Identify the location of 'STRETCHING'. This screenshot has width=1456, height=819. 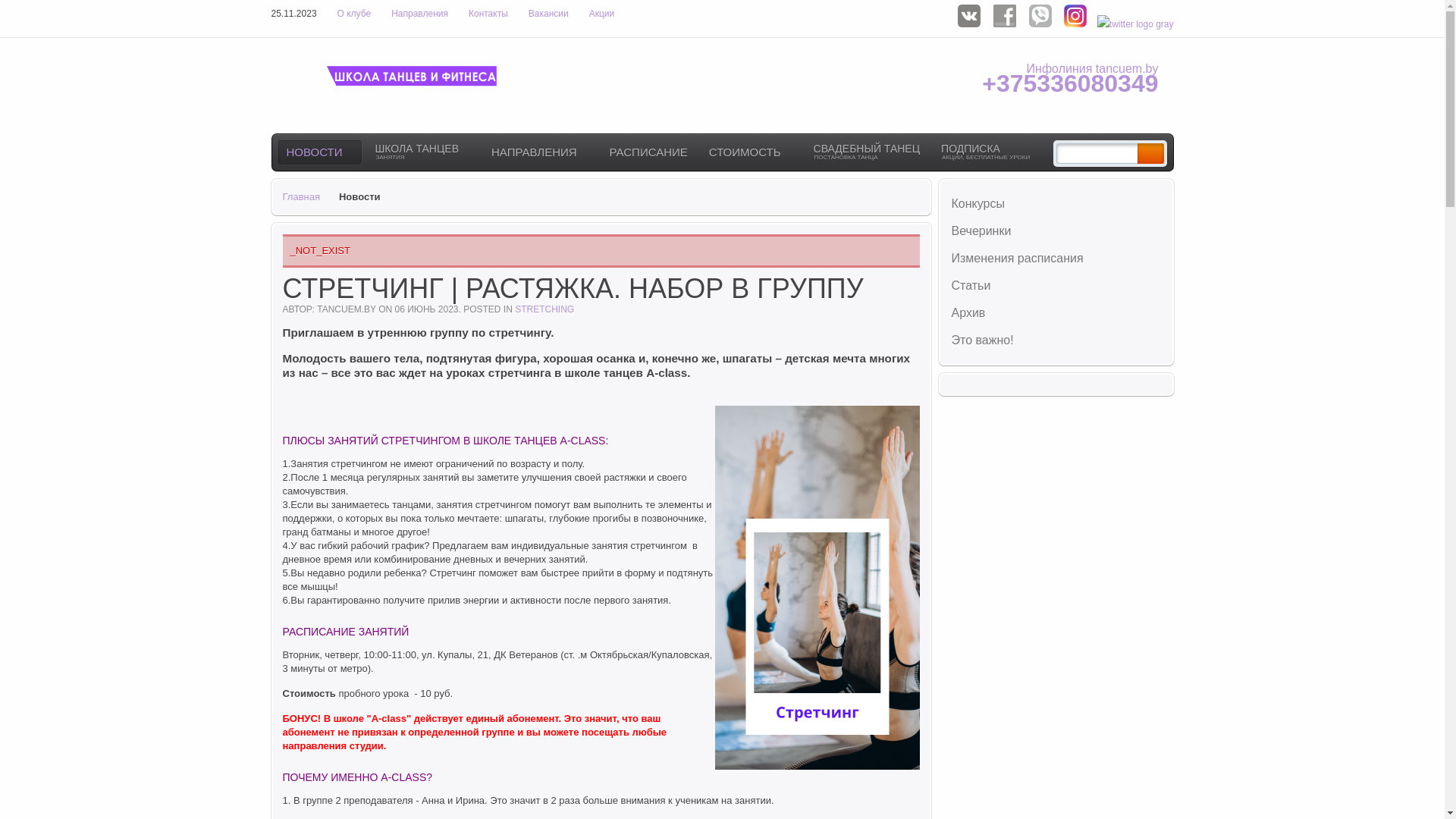
(514, 309).